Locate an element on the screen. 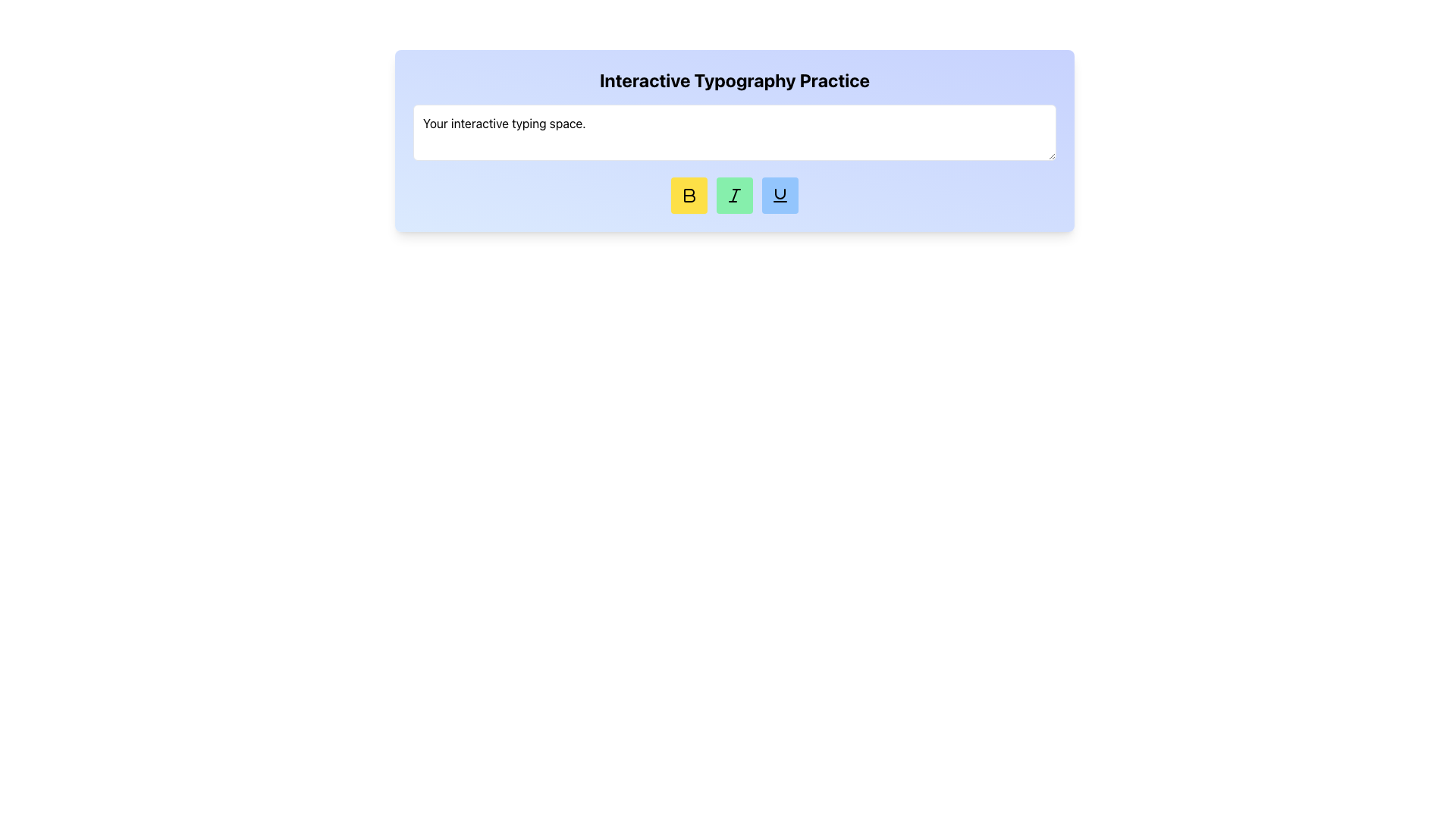 This screenshot has width=1456, height=819. the blue button with an underline icon, the third button from the left in a row of three, located centrally below the typing area to change the background color is located at coordinates (780, 195).